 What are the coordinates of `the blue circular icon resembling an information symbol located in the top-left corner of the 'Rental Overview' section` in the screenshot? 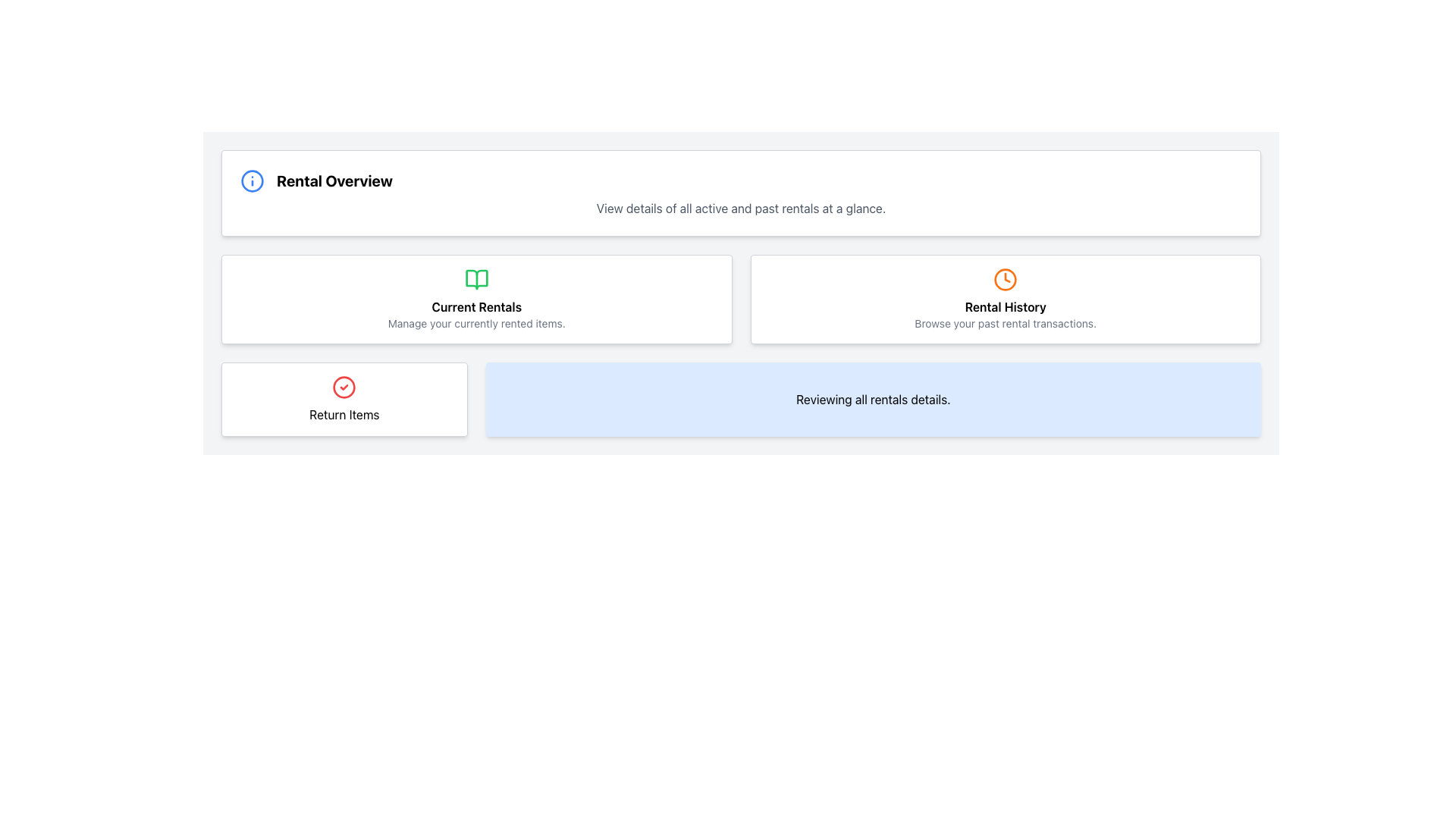 It's located at (252, 180).